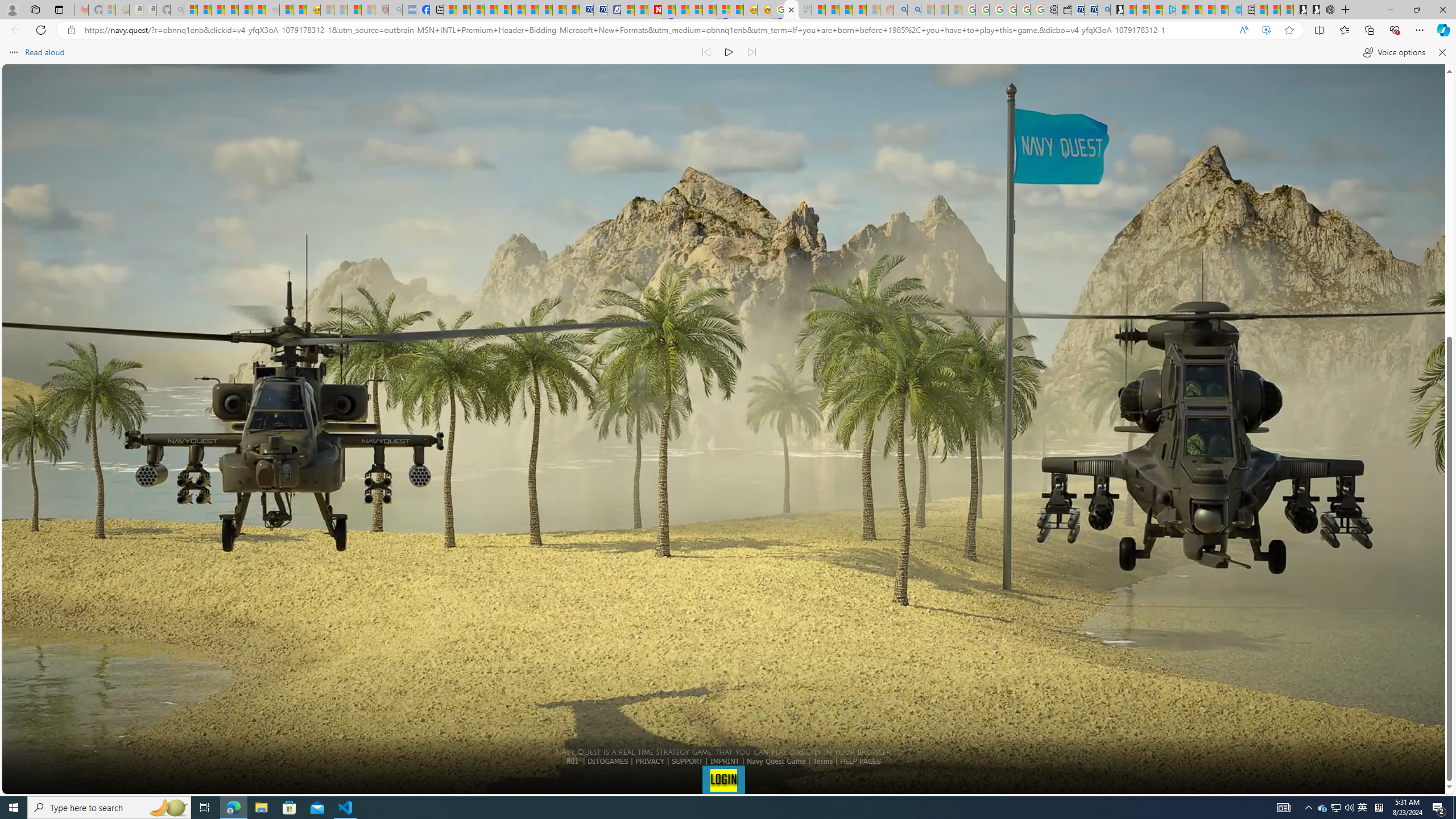 The height and width of the screenshot is (819, 1456). I want to click on 'Terms', so click(822, 760).